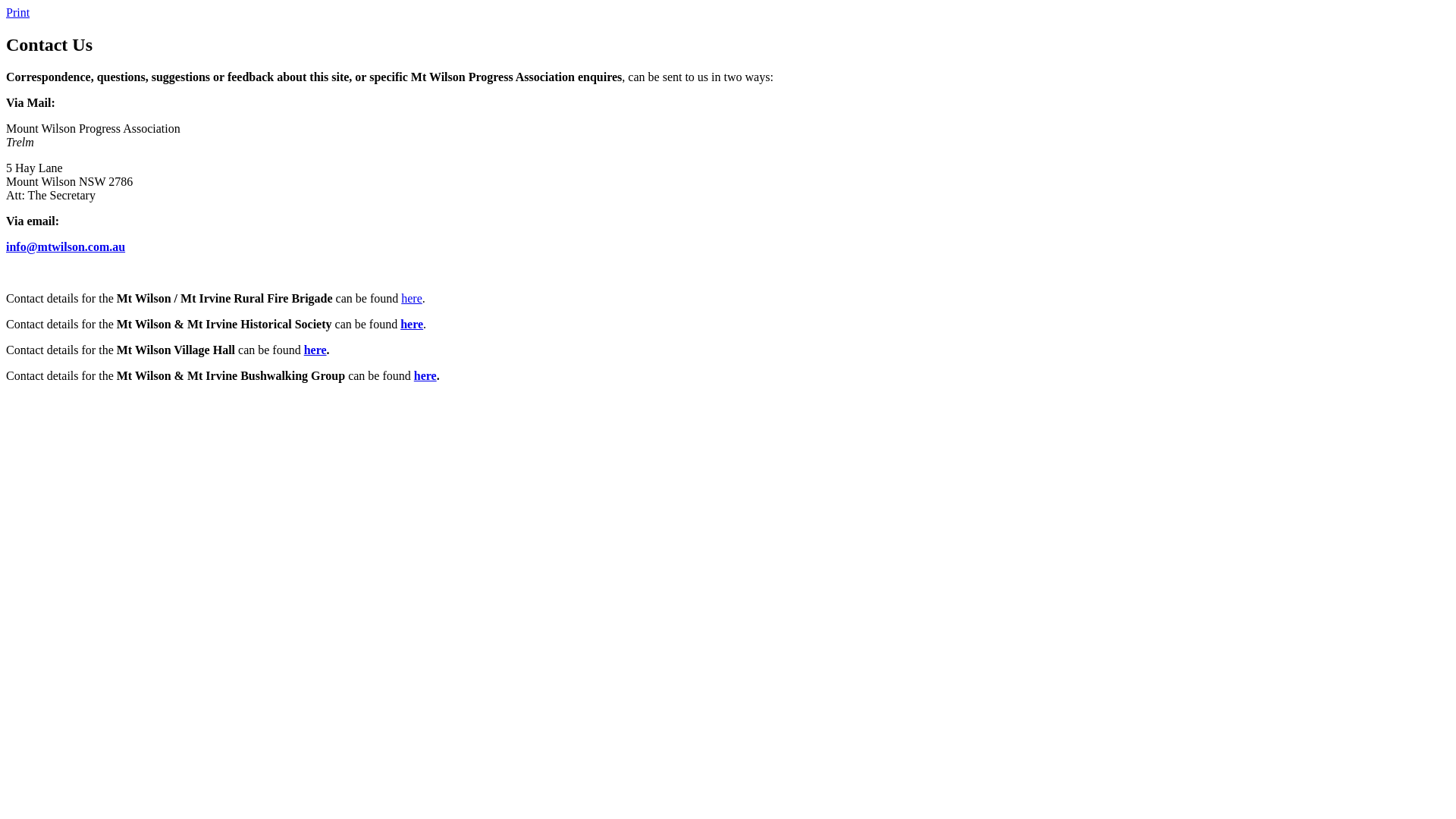 Image resolution: width=1456 pixels, height=819 pixels. What do you see at coordinates (315, 350) in the screenshot?
I see `'here'` at bounding box center [315, 350].